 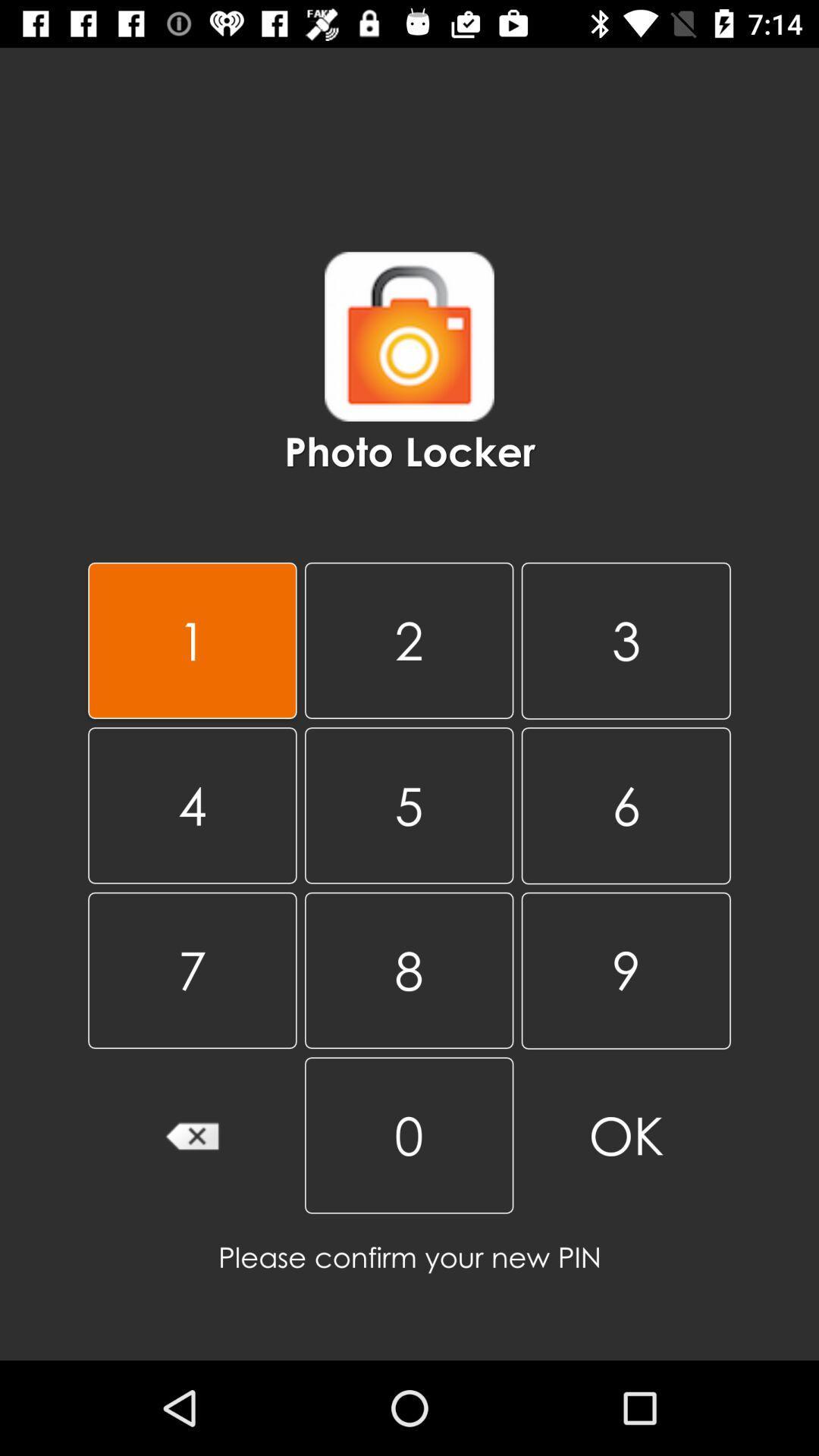 I want to click on the 2 item, so click(x=408, y=640).